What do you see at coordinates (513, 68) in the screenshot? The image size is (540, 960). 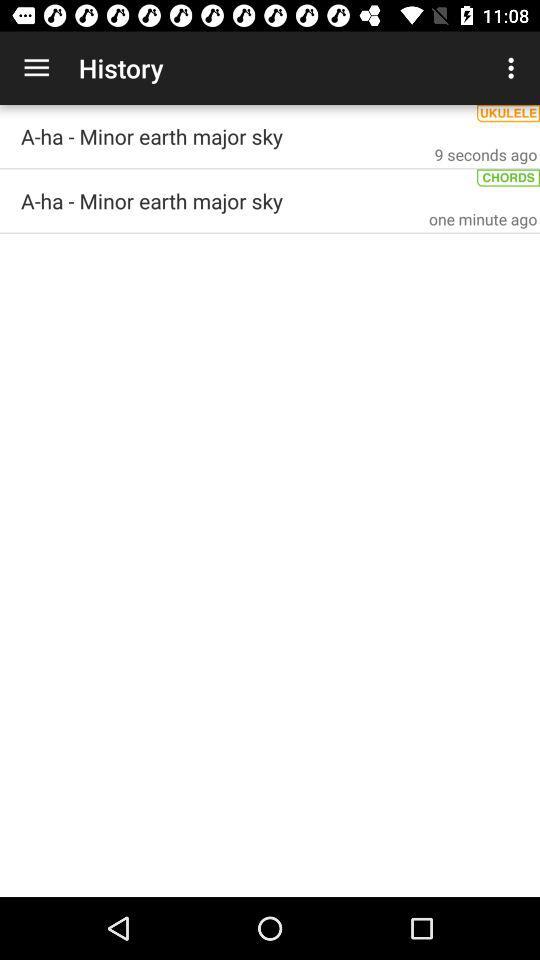 I see `the icon above a ha minor icon` at bounding box center [513, 68].